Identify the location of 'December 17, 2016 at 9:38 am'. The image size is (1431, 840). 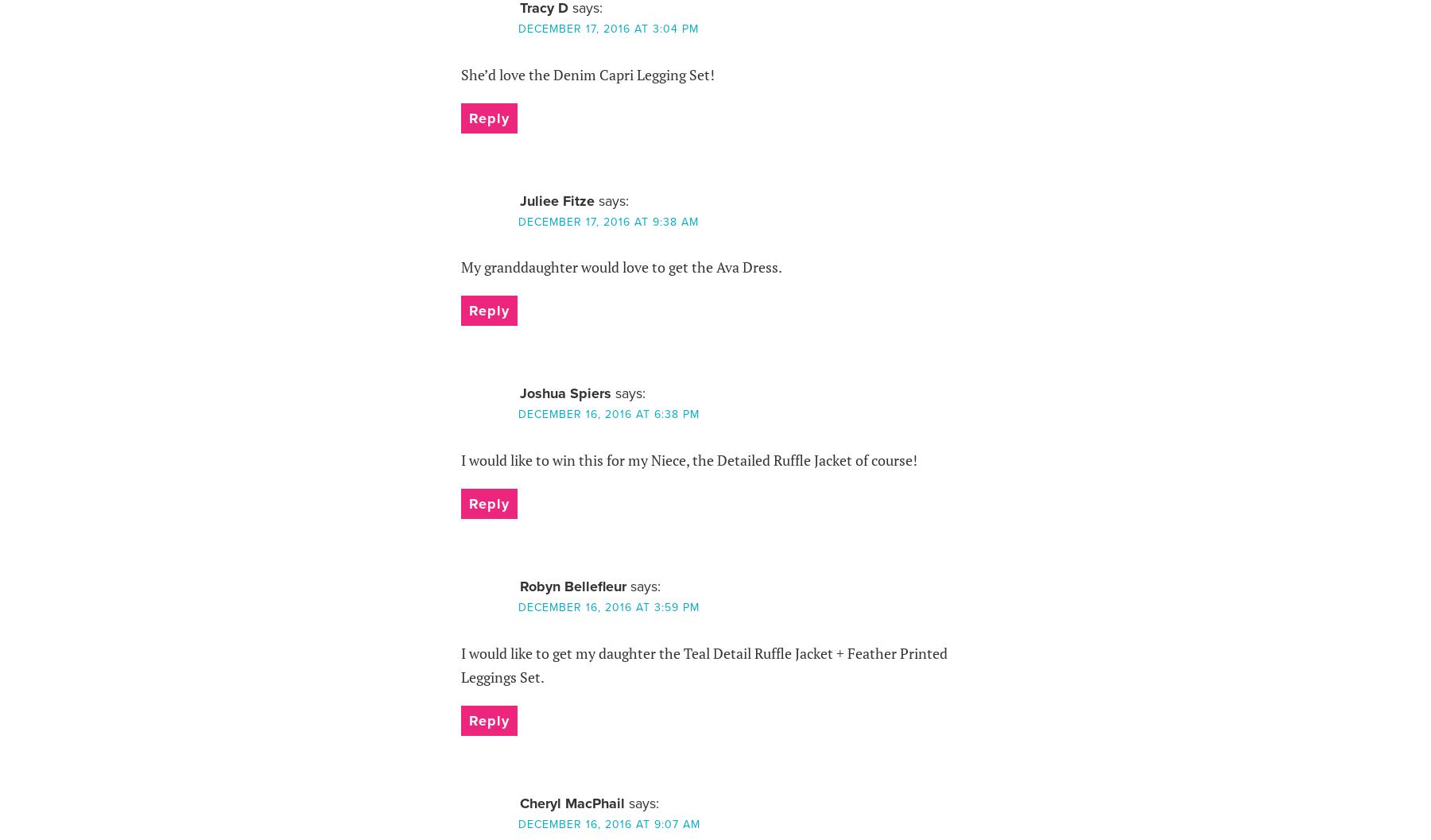
(607, 220).